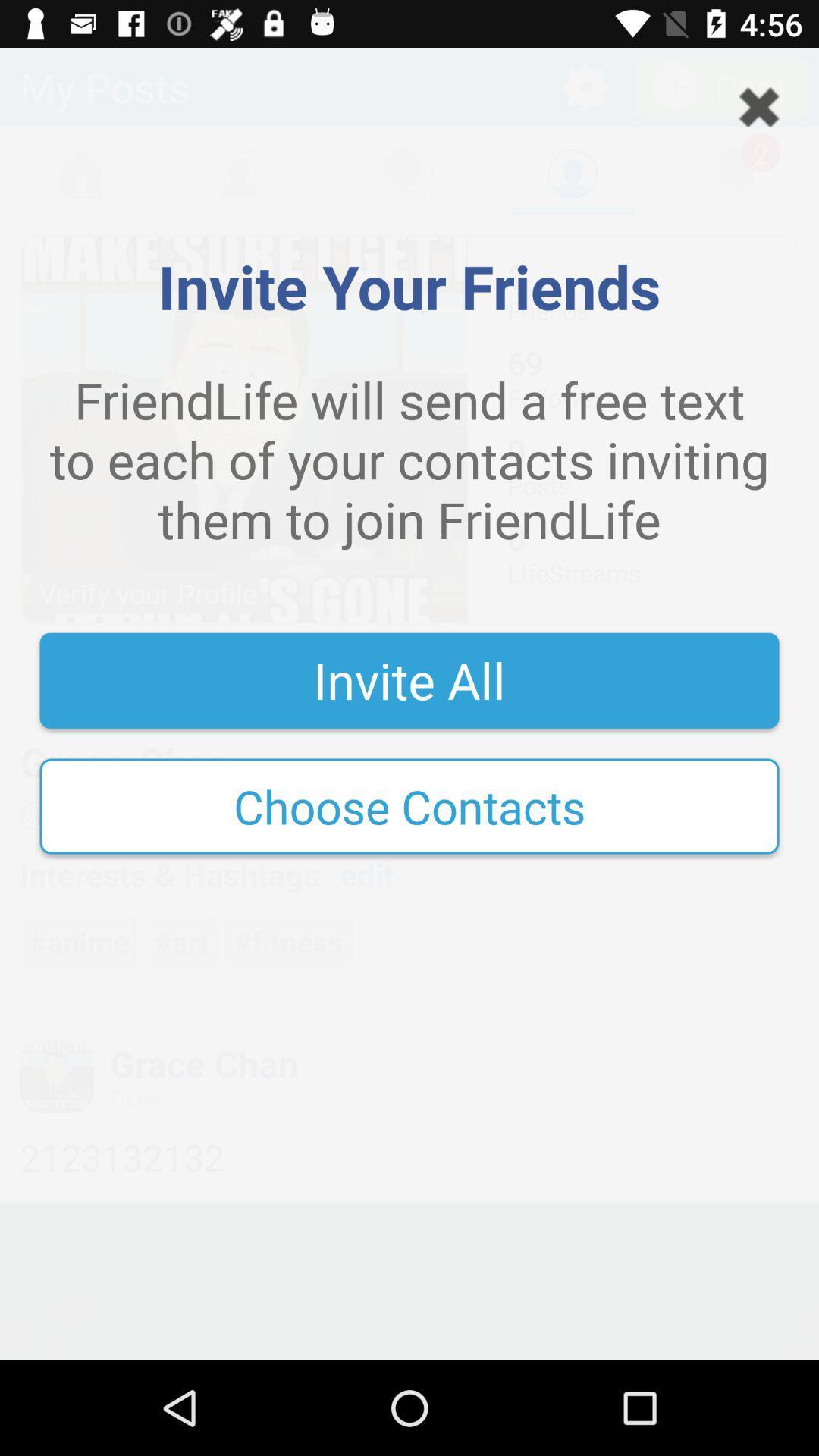  Describe the element at coordinates (409, 805) in the screenshot. I see `choose contacts icon` at that location.